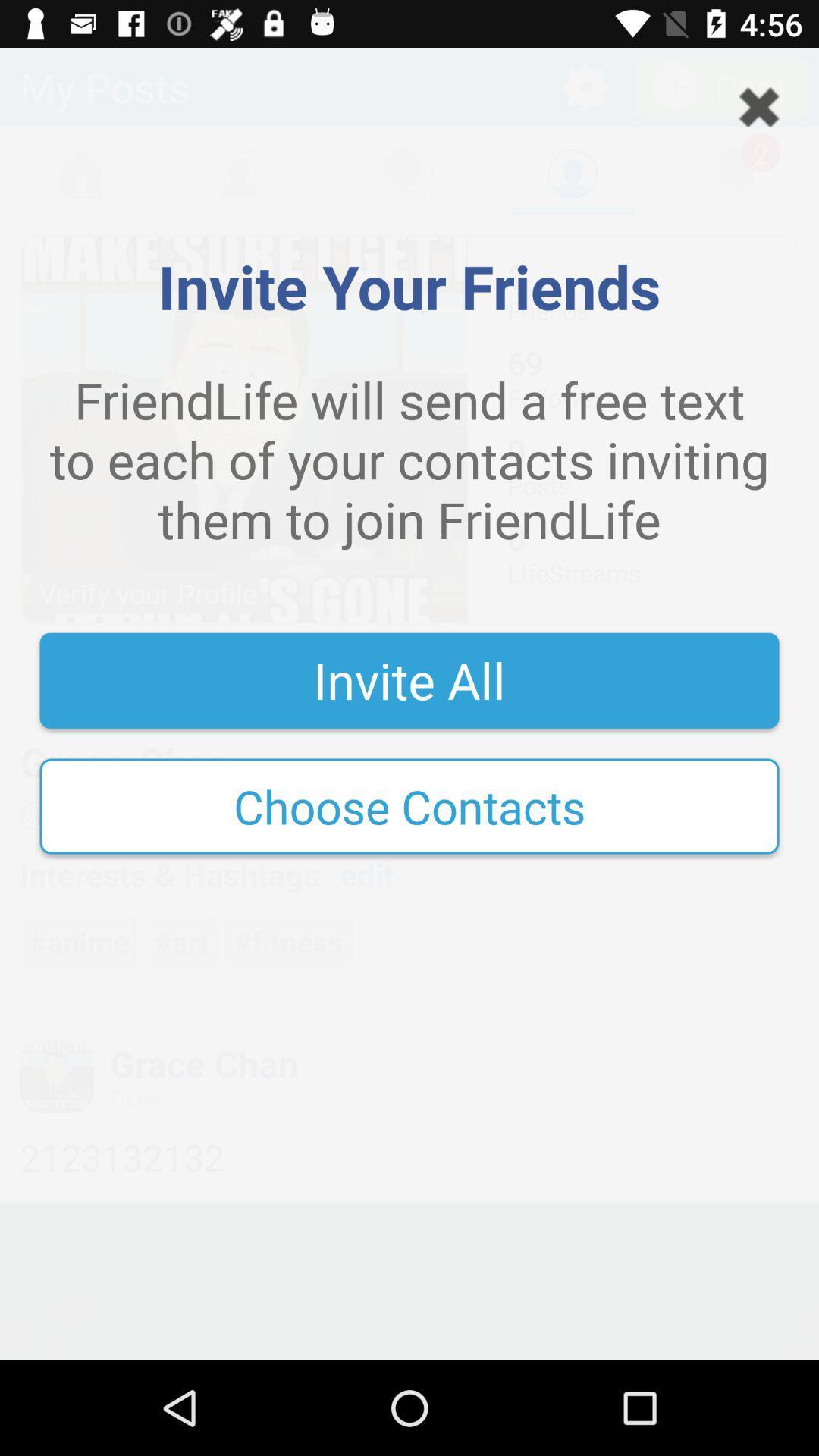  Describe the element at coordinates (409, 805) in the screenshot. I see `choose contacts icon` at that location.